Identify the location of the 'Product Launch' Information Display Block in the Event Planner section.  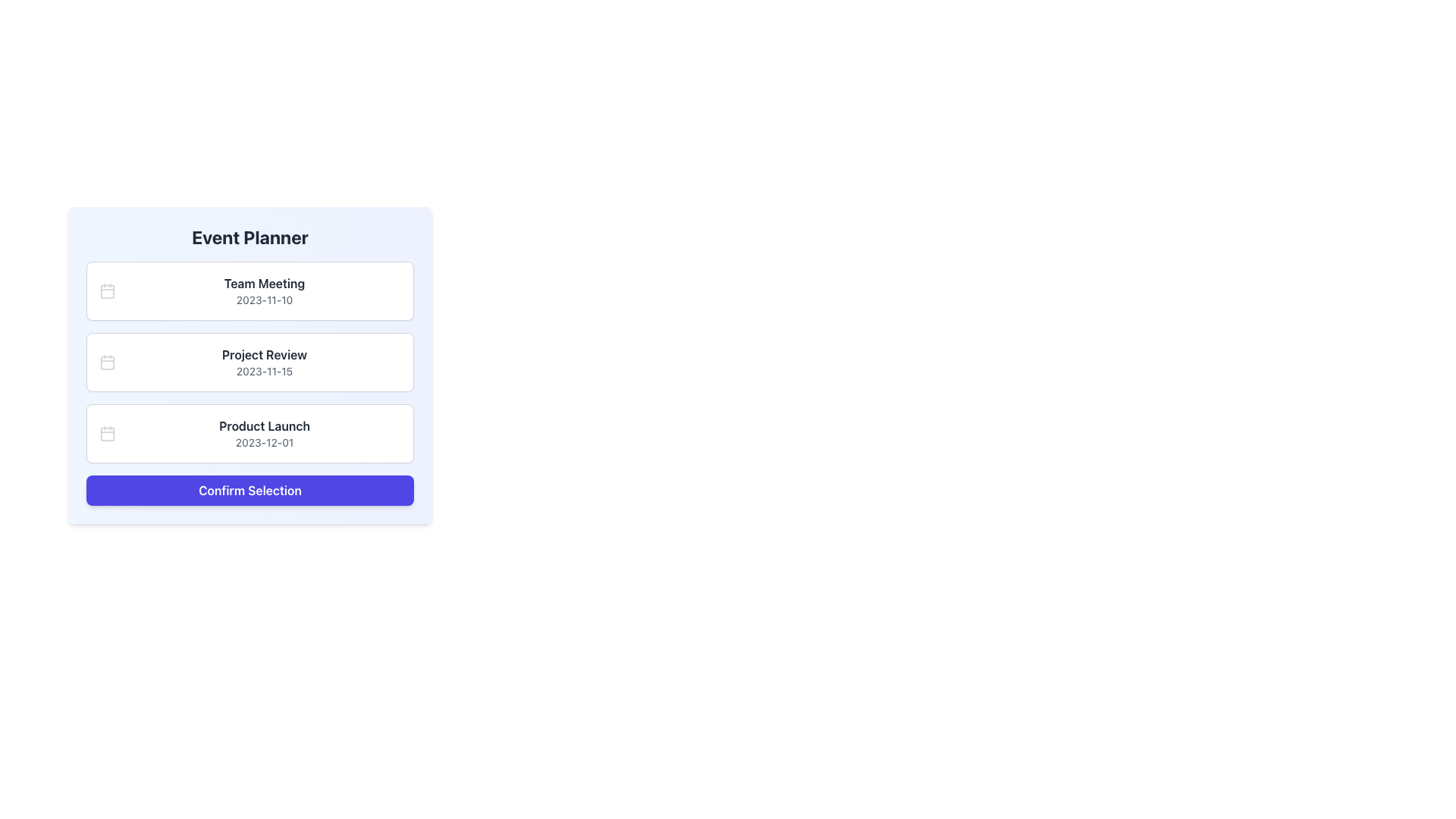
(265, 433).